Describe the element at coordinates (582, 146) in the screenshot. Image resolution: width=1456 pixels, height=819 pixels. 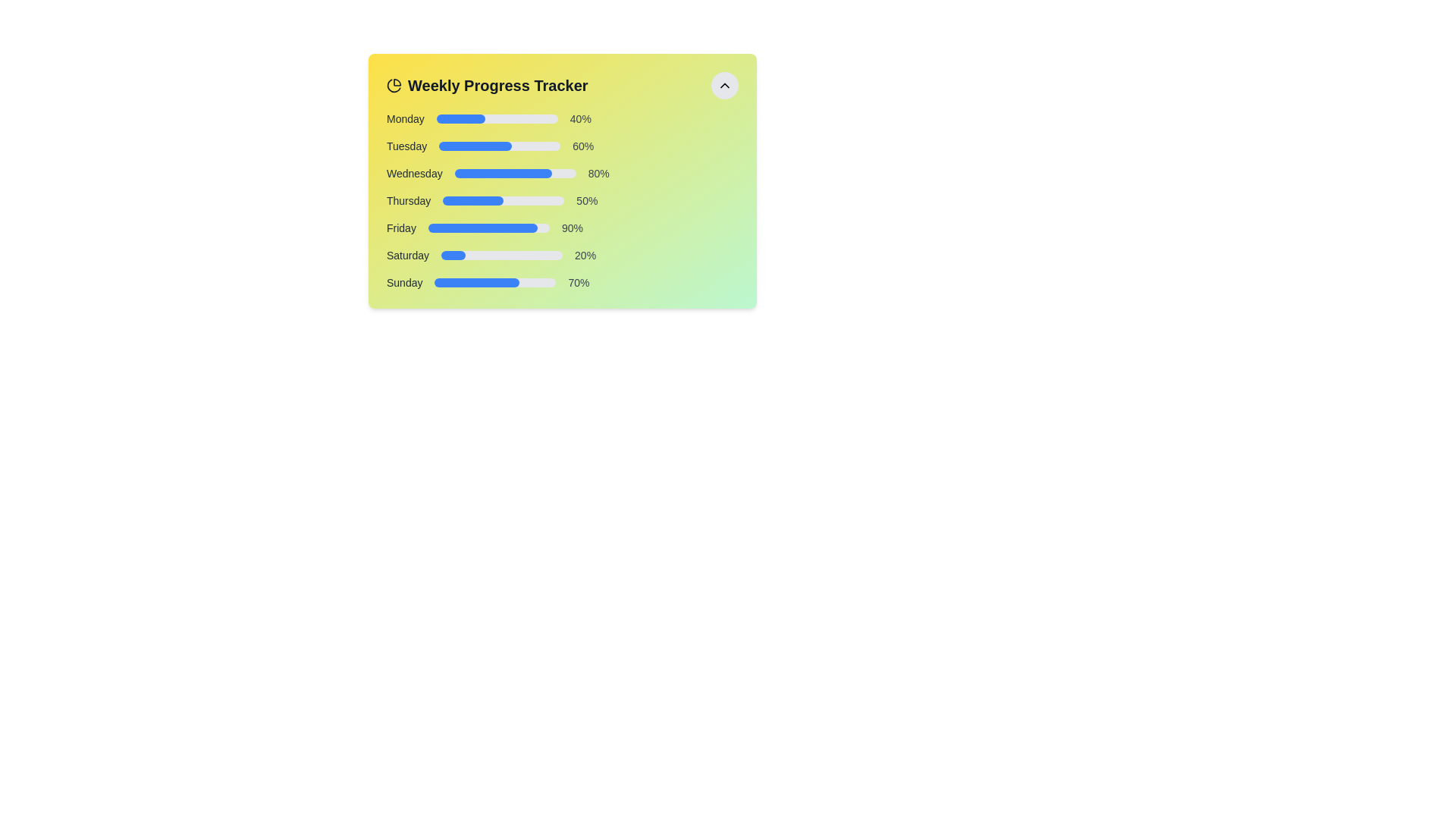
I see `the Text label displaying '60%' which is located to the right of the progress bar for 'Tuesday'` at that location.